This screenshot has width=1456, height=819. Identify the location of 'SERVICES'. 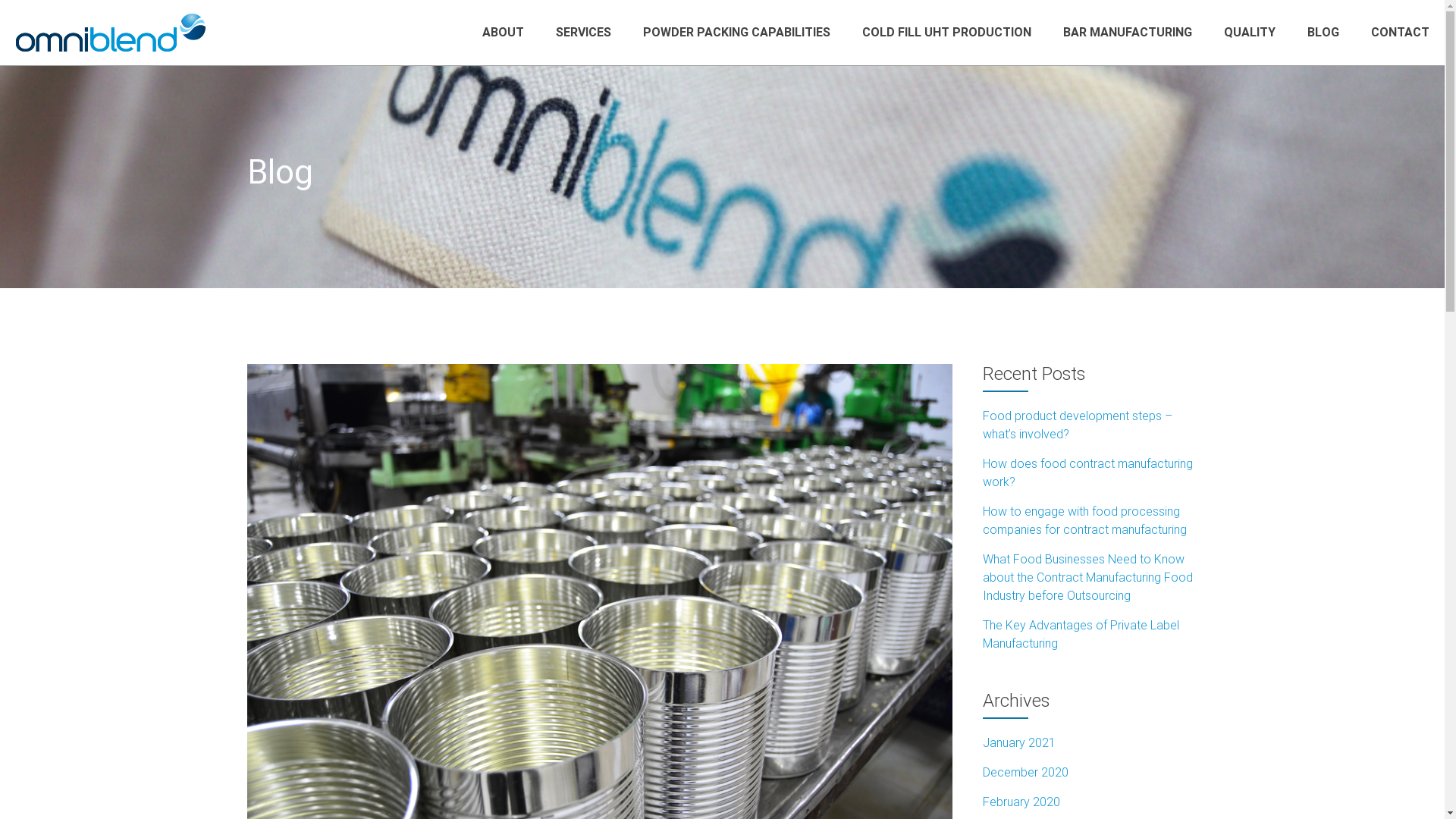
(582, 32).